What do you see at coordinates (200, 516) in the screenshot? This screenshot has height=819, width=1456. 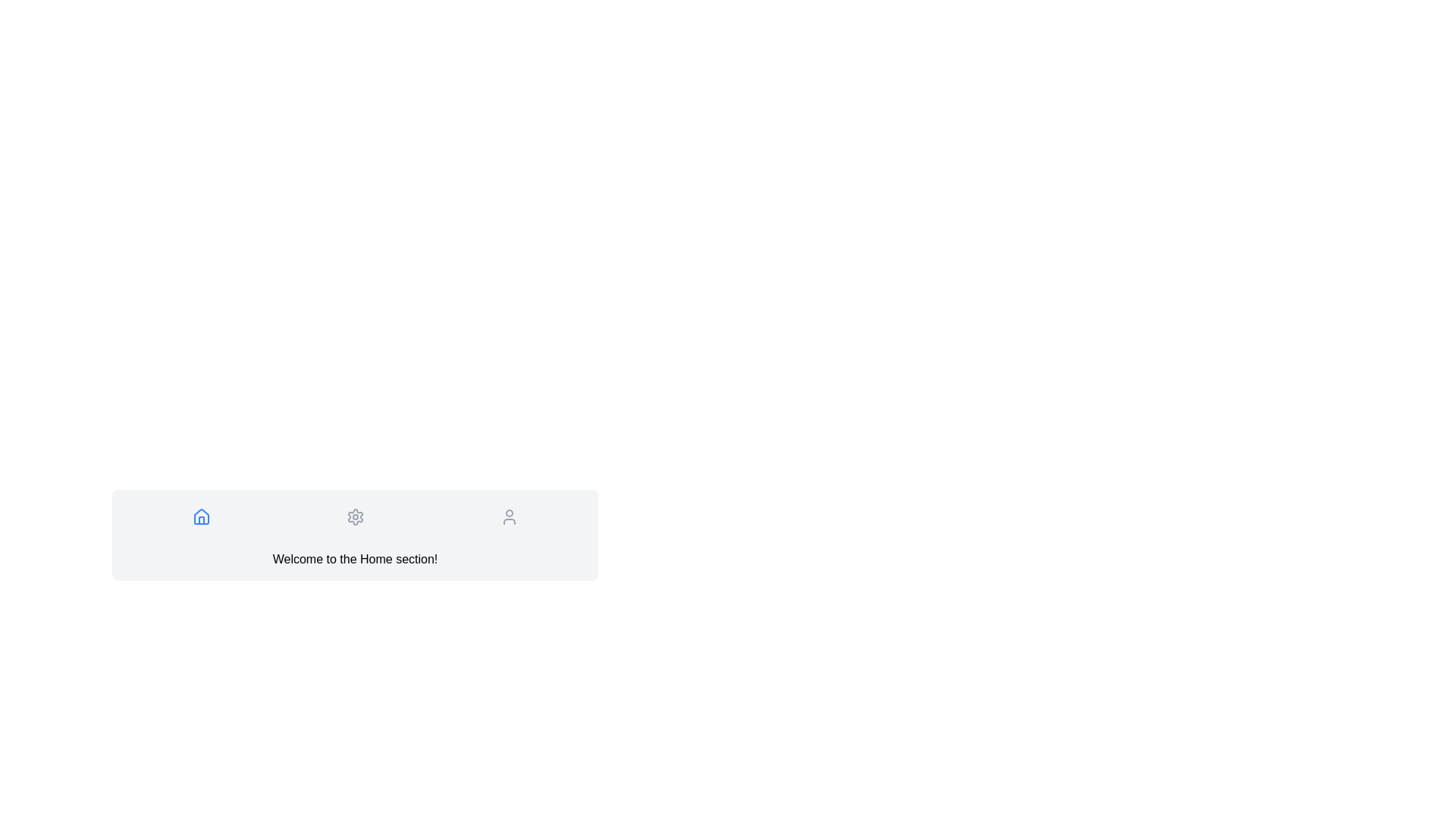 I see `the house-shaped icon with a thin blue outline located in the bottom navigation bar` at bounding box center [200, 516].